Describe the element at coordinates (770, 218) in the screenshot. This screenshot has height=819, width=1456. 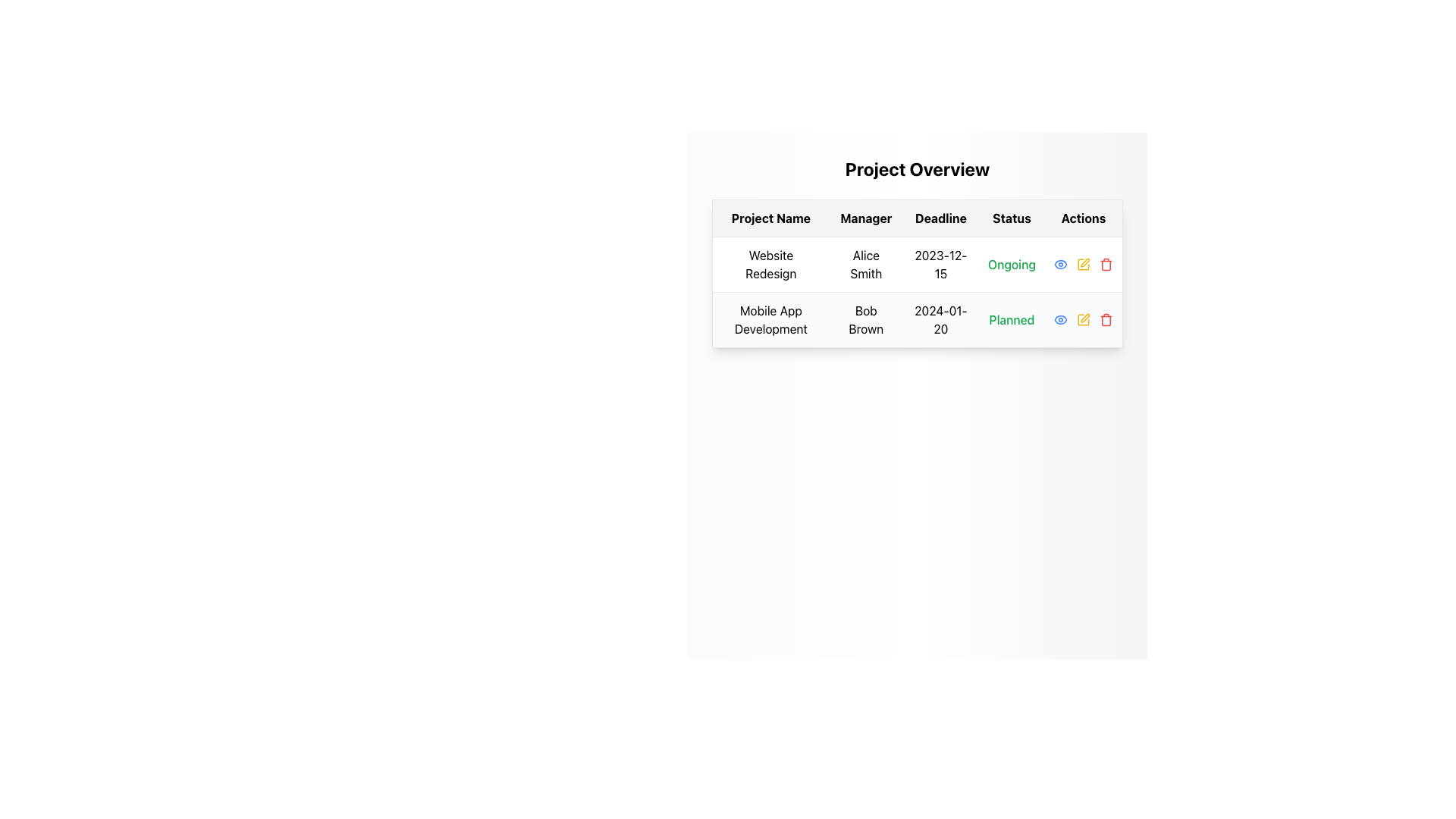
I see `the 'Project Name' text header, which is the first column in a tabular layout, displaying the text in bold and aligned at the top-left with substantial padding and a light background` at that location.